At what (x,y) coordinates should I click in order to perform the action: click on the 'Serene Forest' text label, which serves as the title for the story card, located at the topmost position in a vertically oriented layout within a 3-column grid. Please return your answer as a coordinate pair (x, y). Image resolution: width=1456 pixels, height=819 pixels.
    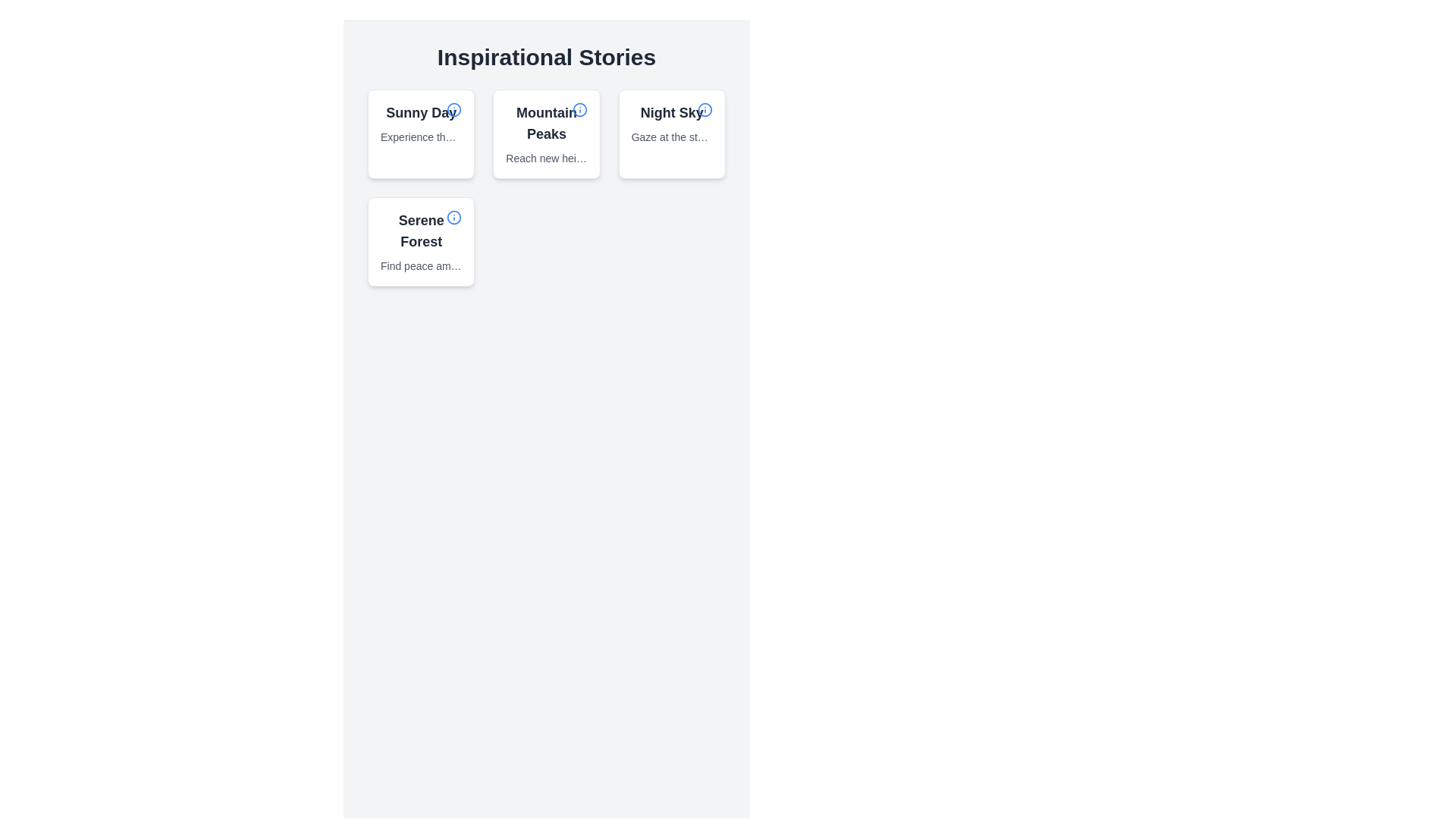
    Looking at the image, I should click on (421, 231).